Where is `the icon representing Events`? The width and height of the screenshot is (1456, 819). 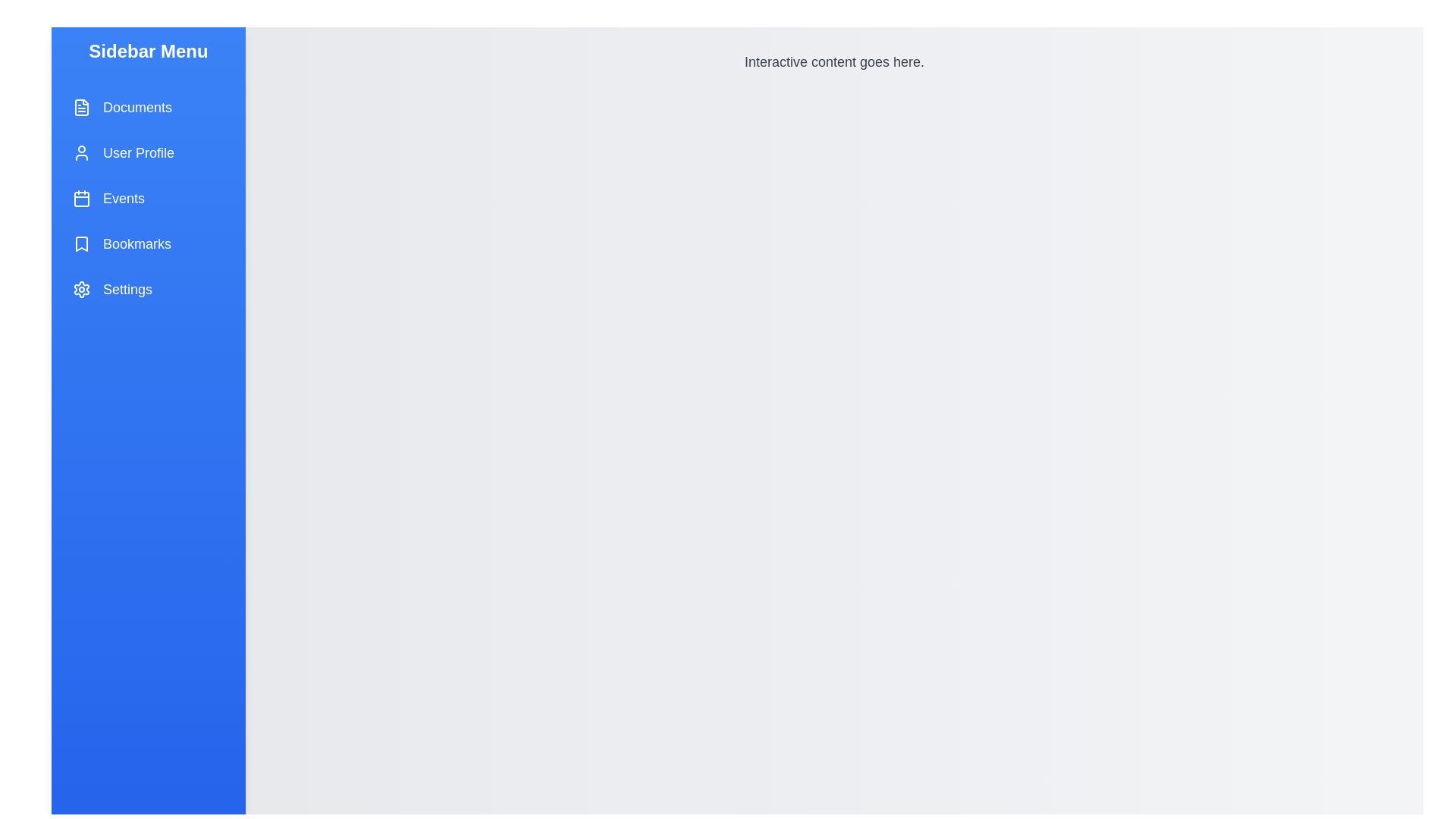 the icon representing Events is located at coordinates (81, 198).